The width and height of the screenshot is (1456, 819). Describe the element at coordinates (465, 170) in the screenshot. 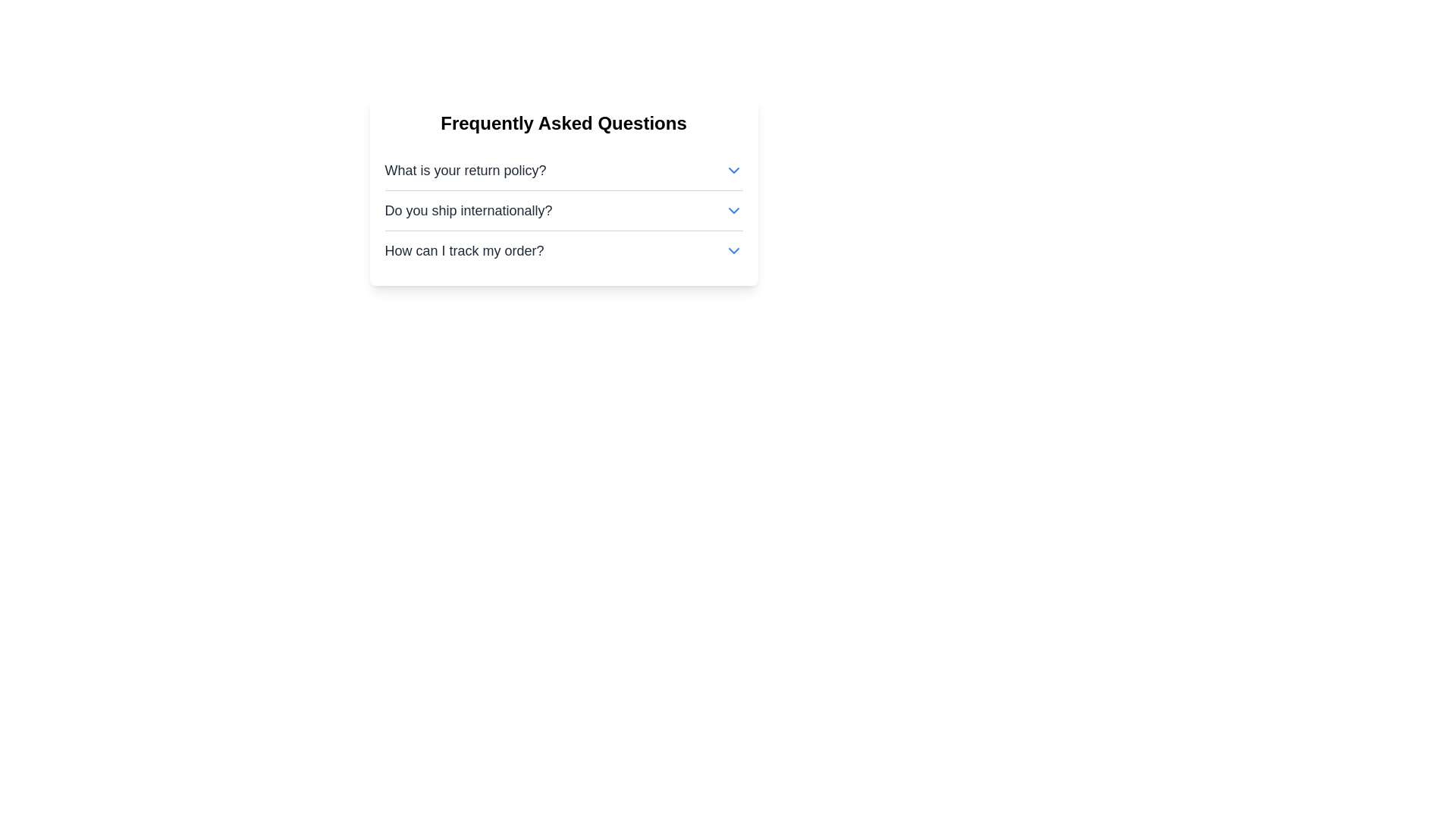

I see `the text label that says 'What is your return policy?' located in the first position of the FAQ list` at that location.